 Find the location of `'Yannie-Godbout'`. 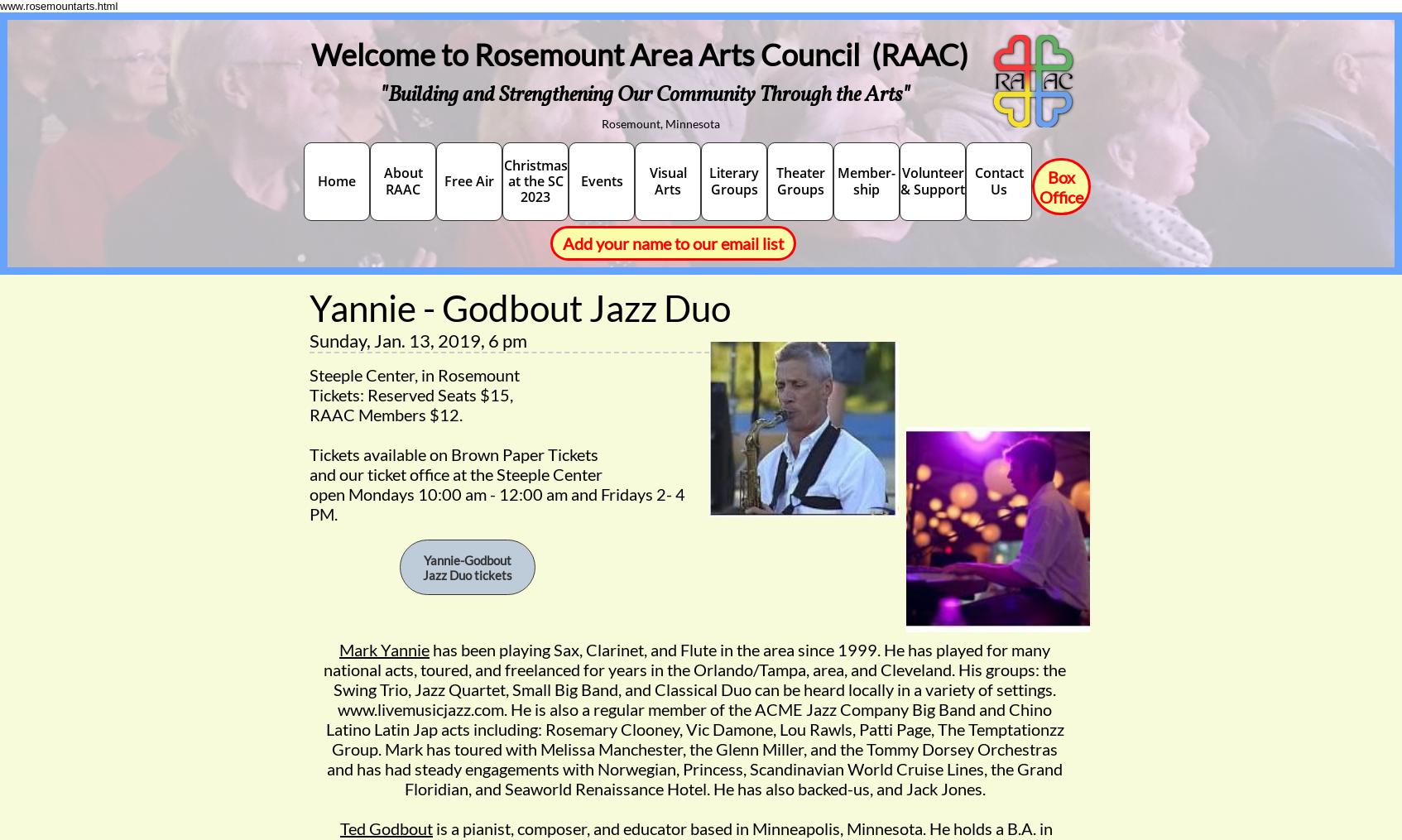

'Yannie-Godbout' is located at coordinates (467, 559).